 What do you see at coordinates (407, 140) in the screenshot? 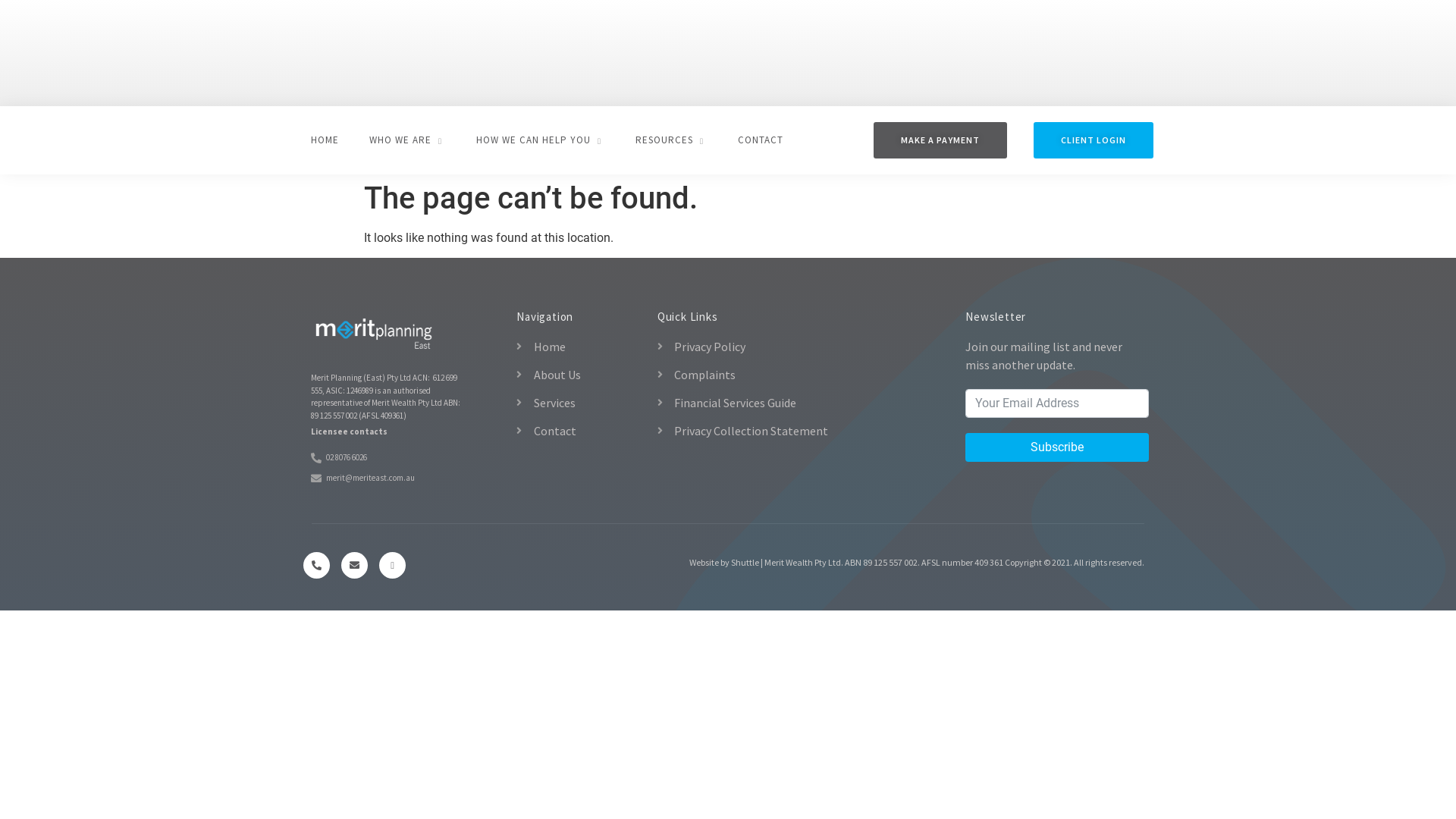
I see `'WHO WE ARE'` at bounding box center [407, 140].